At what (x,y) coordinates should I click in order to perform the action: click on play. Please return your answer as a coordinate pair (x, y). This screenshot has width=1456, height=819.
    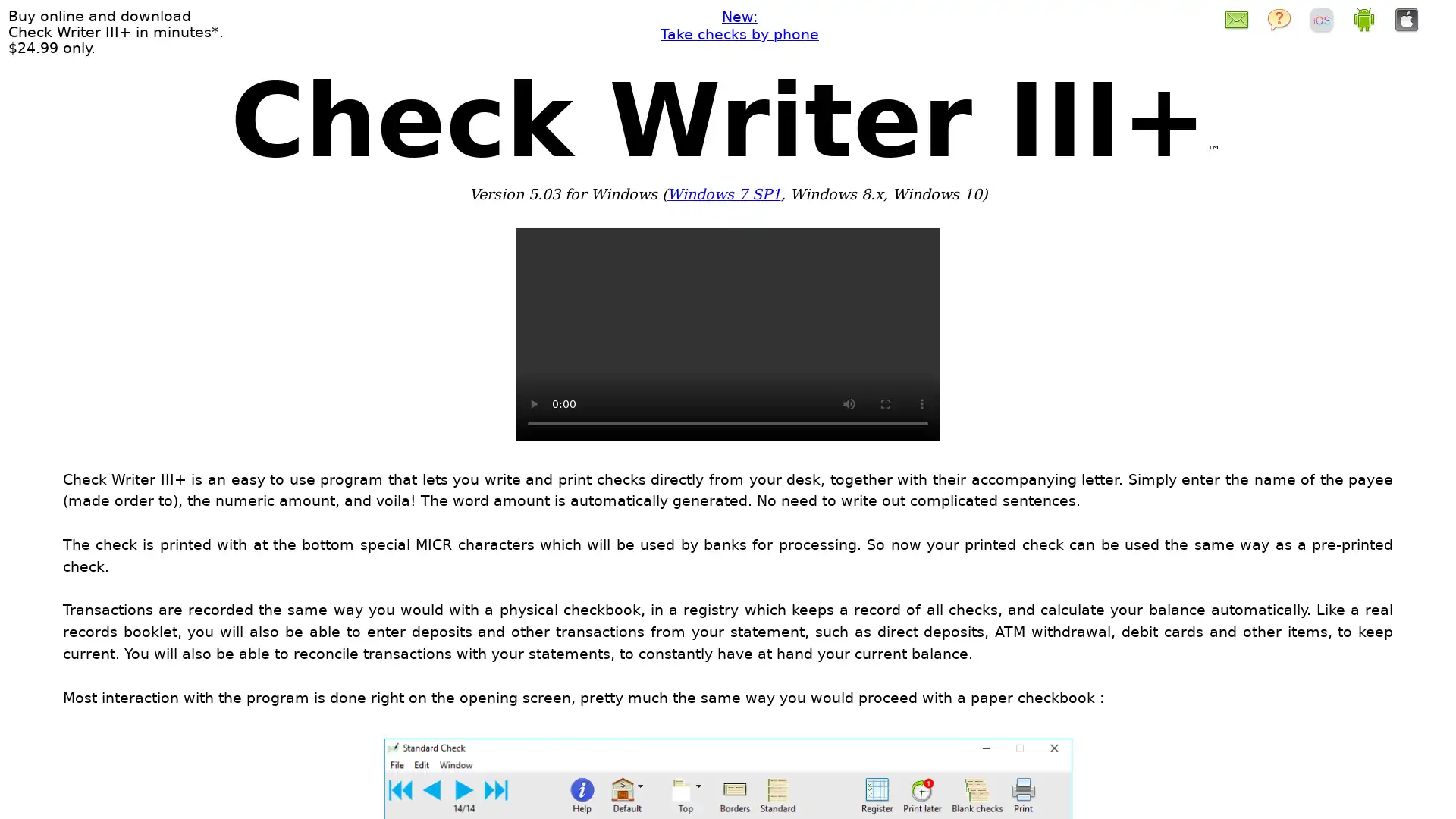
    Looking at the image, I should click on (534, 403).